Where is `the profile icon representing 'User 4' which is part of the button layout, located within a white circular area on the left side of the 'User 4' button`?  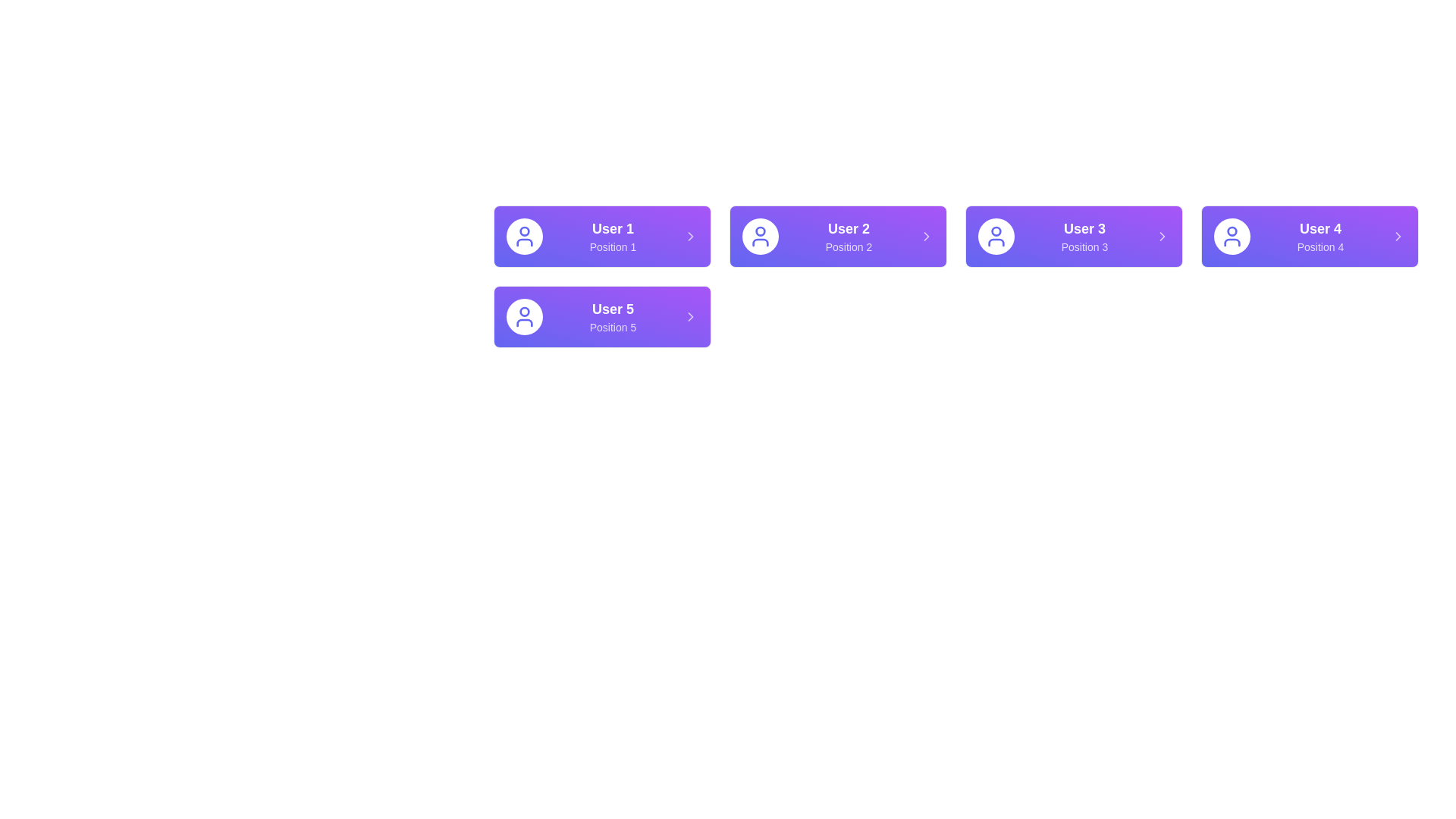
the profile icon representing 'User 4' which is part of the button layout, located within a white circular area on the left side of the 'User 4' button is located at coordinates (1232, 231).